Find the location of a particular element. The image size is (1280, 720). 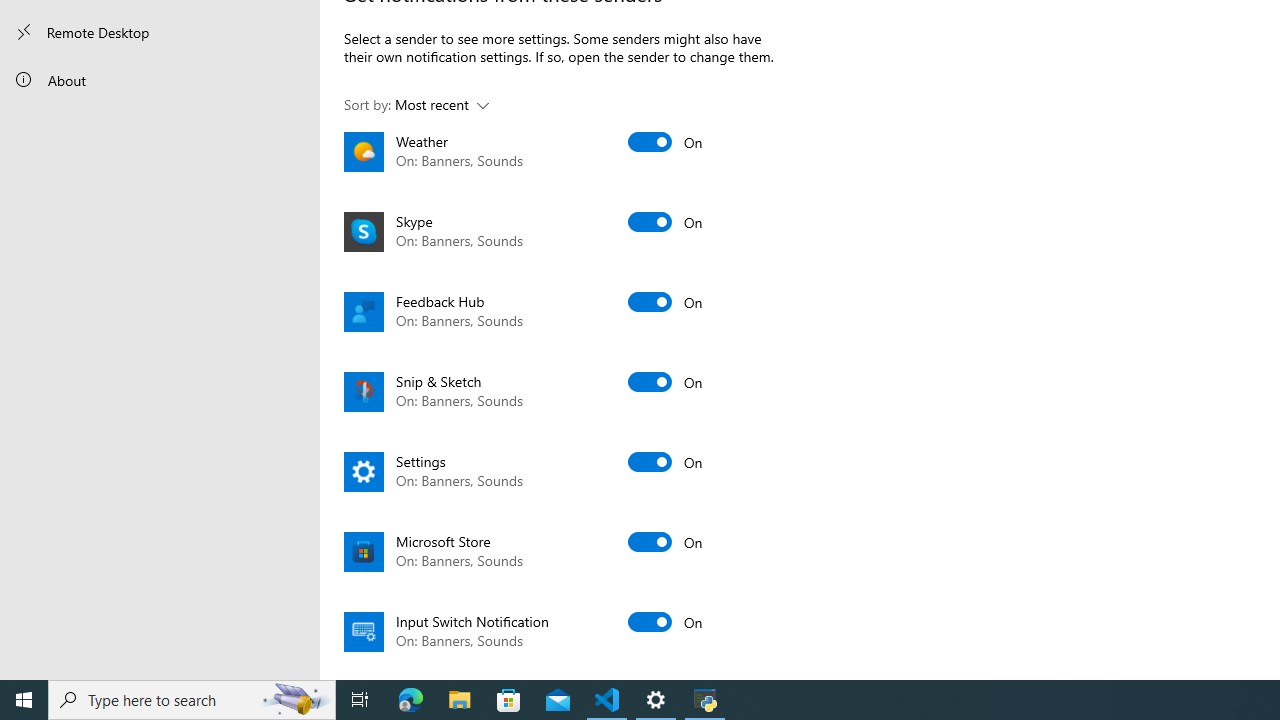

'File Explorer' is located at coordinates (459, 698).